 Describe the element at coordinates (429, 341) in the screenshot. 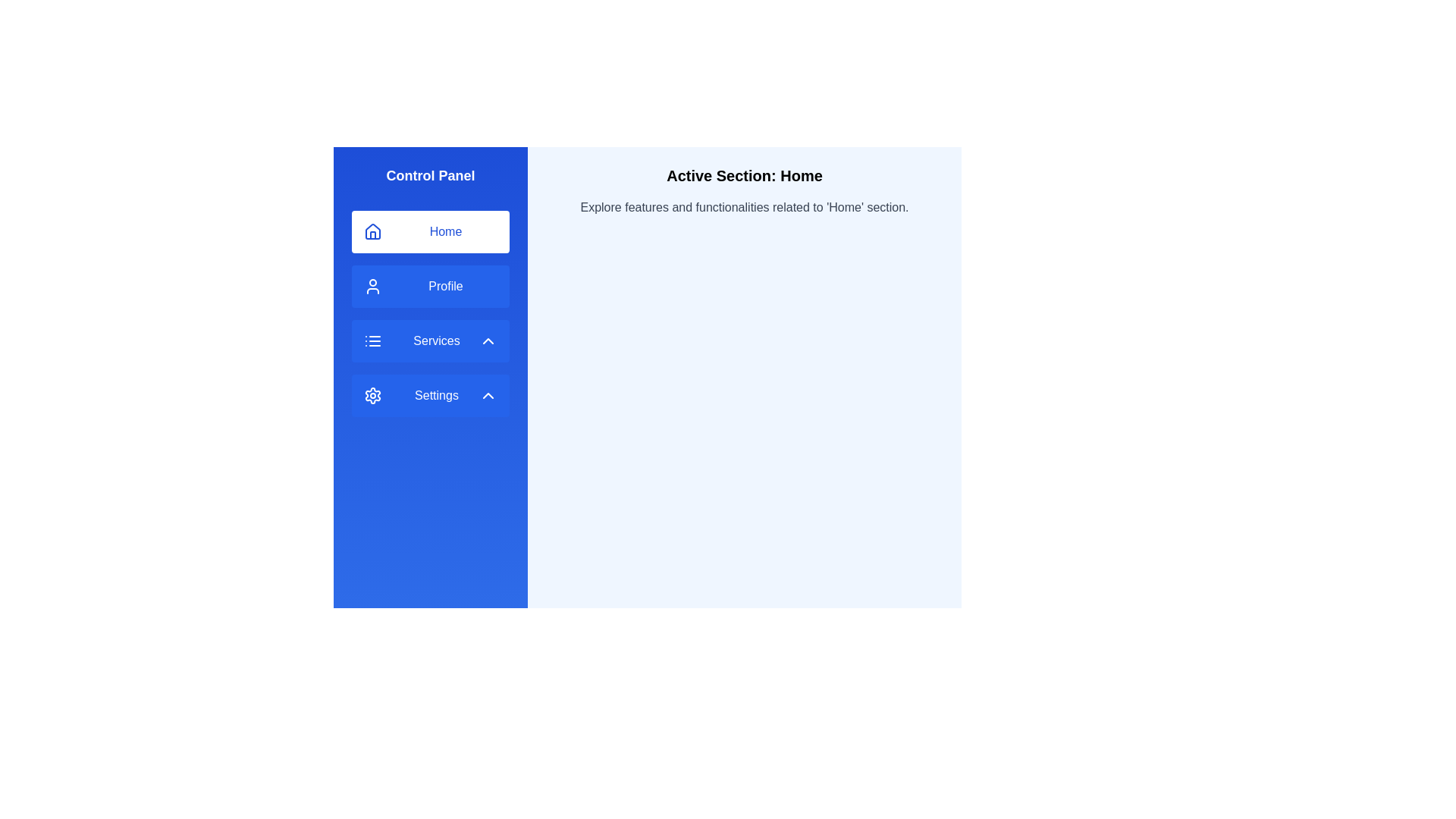

I see `the 'Services' button with a list icon and an upward chevron on the right` at that location.